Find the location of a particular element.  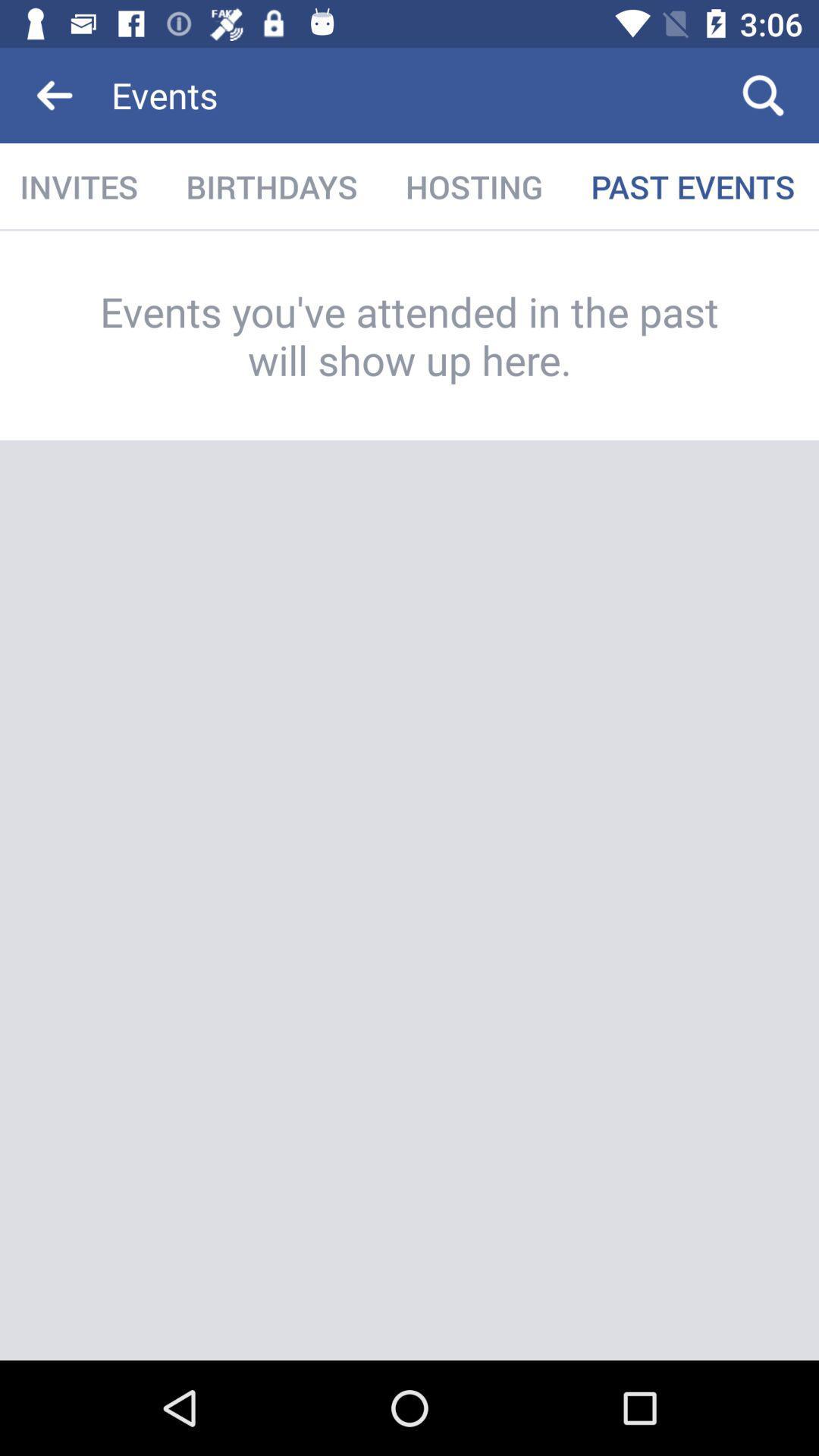

the invites item is located at coordinates (80, 186).